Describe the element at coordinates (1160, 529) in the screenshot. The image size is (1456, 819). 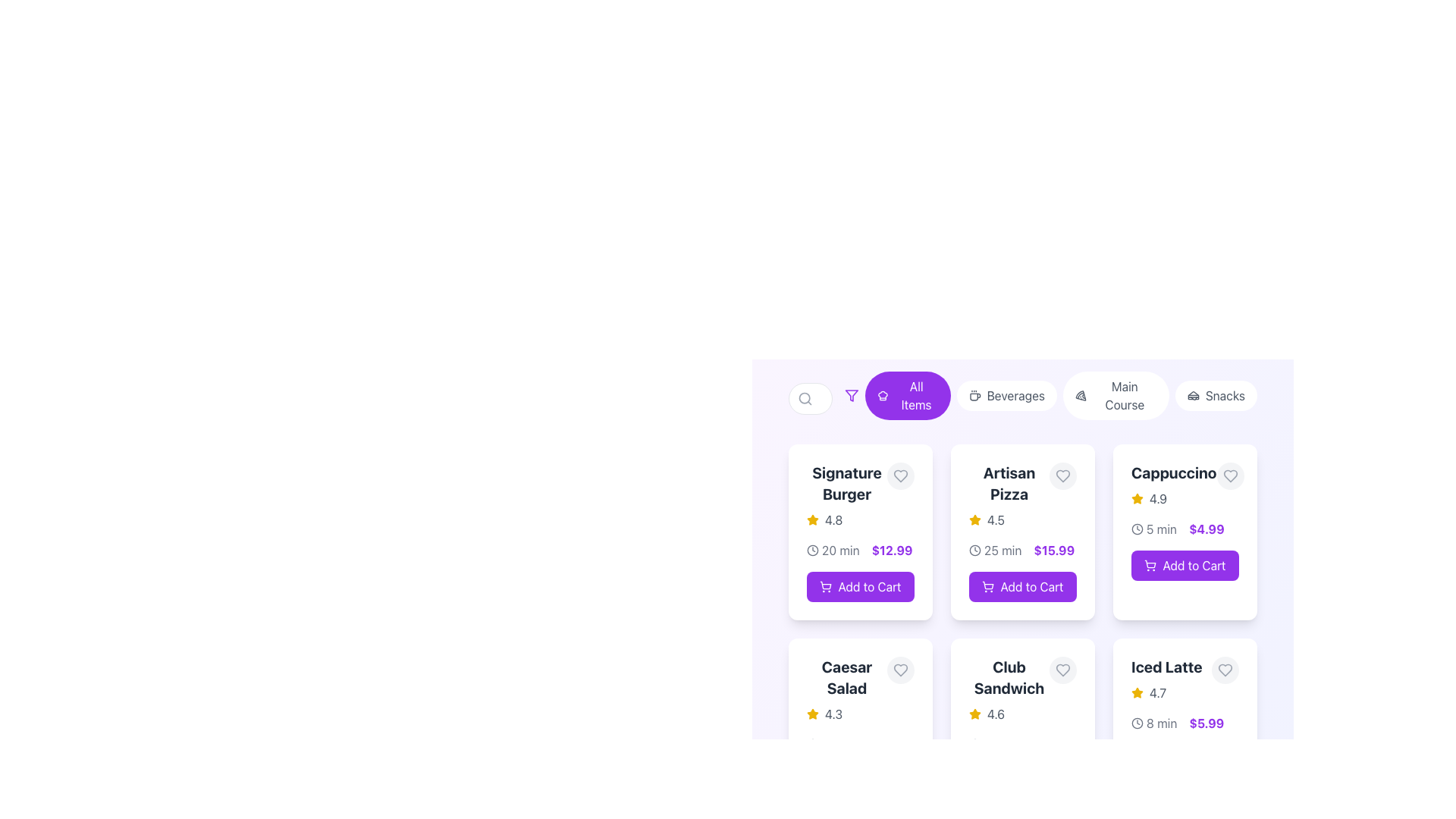
I see `the static text label displaying '5 min', which is positioned to the right of the clock icon in the 'Cappuccino' section of the product grid` at that location.